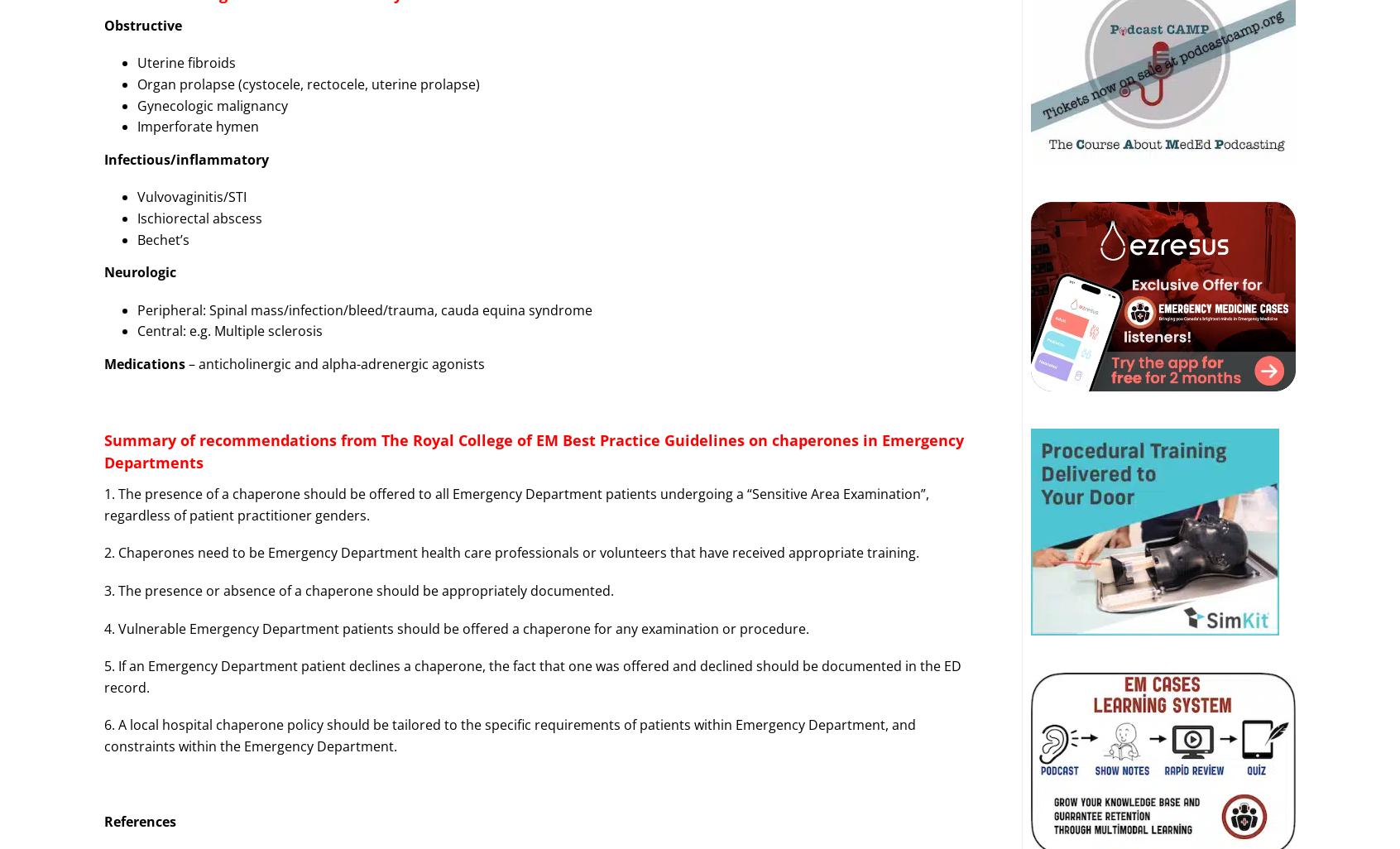 The image size is (1400, 849). What do you see at coordinates (229, 330) in the screenshot?
I see `'Central: e.g. Multiple sclerosis'` at bounding box center [229, 330].